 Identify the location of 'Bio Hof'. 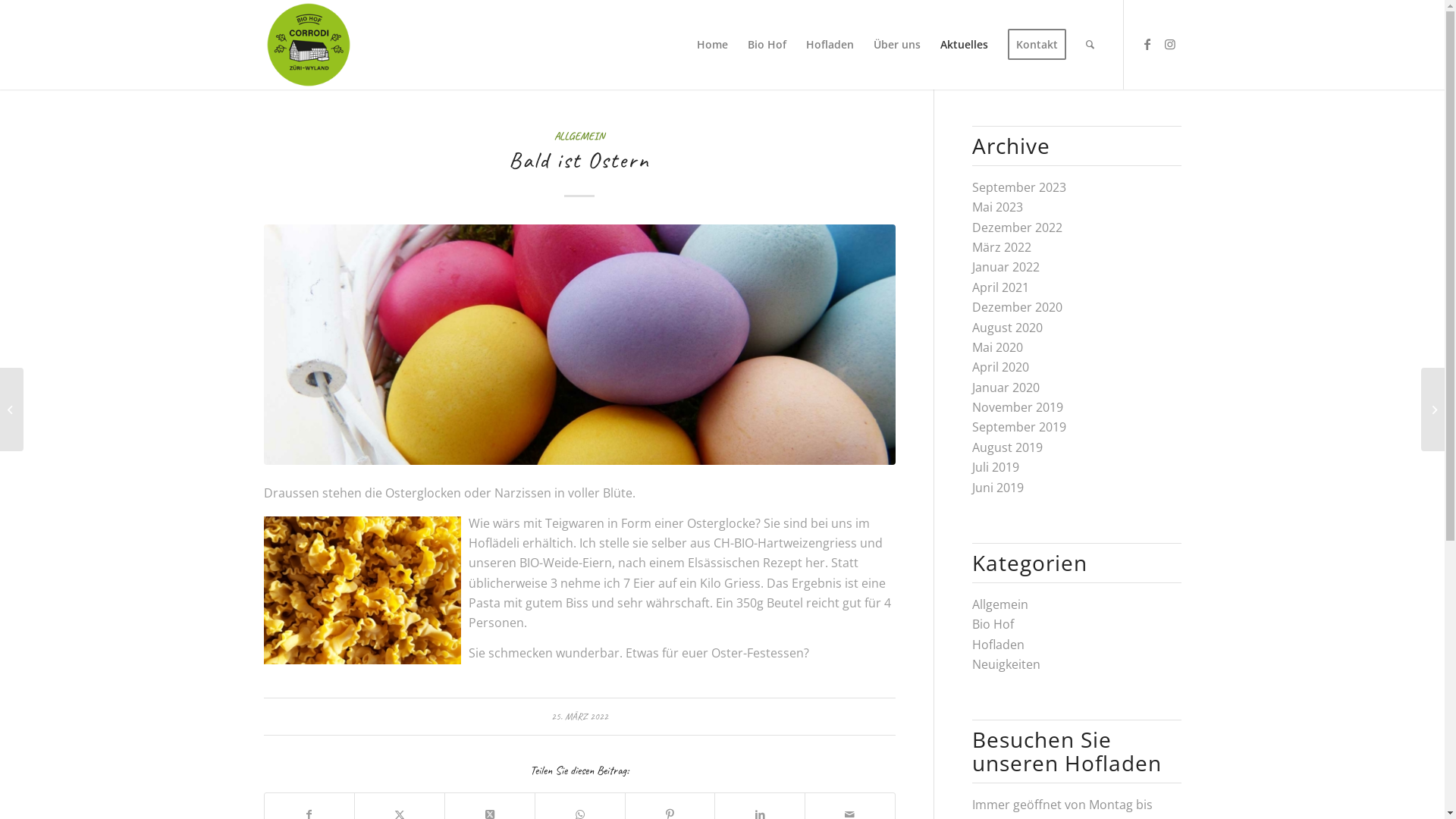
(766, 43).